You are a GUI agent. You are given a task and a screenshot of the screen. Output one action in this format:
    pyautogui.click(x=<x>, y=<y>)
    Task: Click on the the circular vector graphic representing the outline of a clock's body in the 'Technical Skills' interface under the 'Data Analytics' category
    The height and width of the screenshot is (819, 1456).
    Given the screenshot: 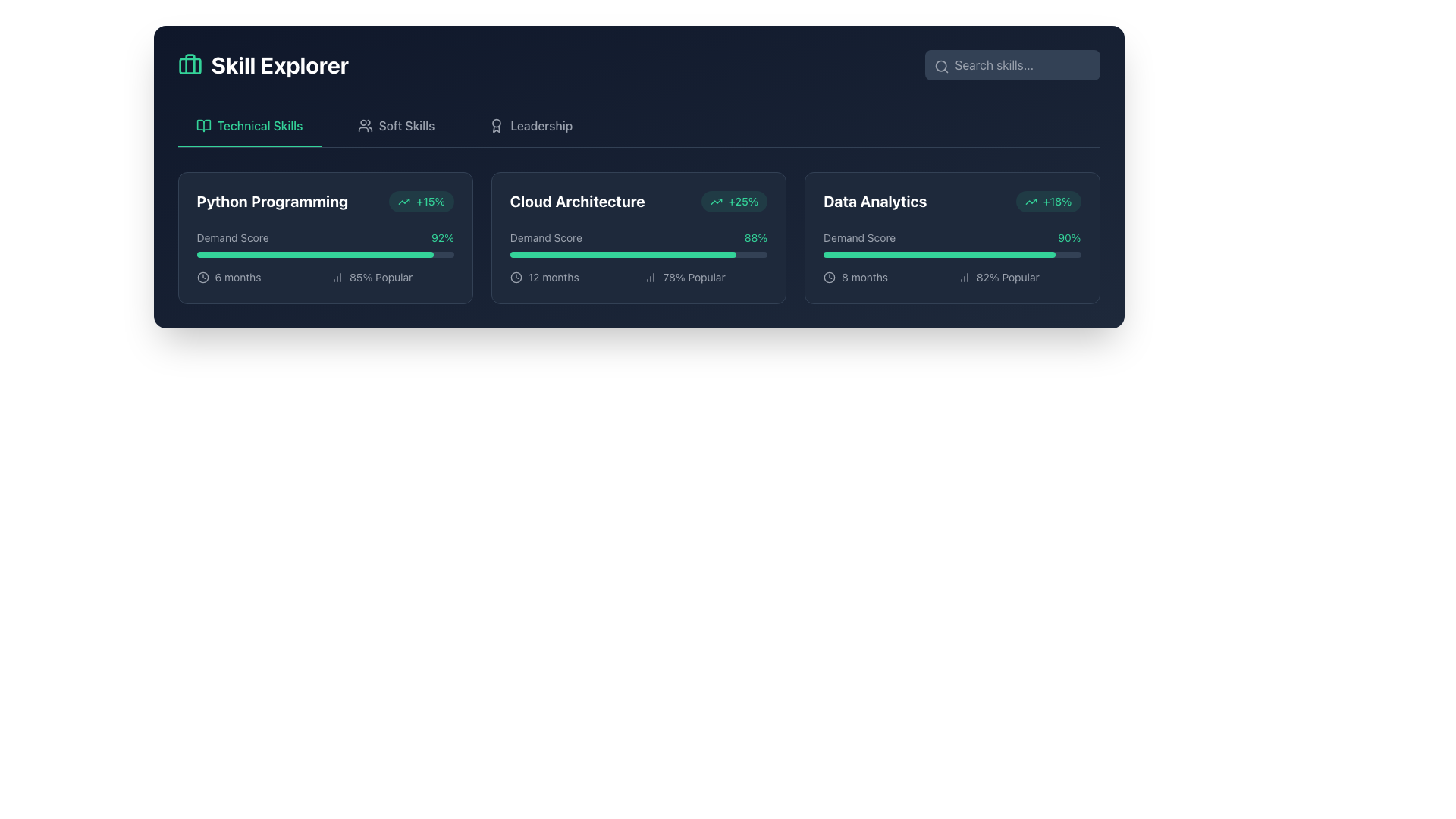 What is the action you would take?
    pyautogui.click(x=829, y=278)
    